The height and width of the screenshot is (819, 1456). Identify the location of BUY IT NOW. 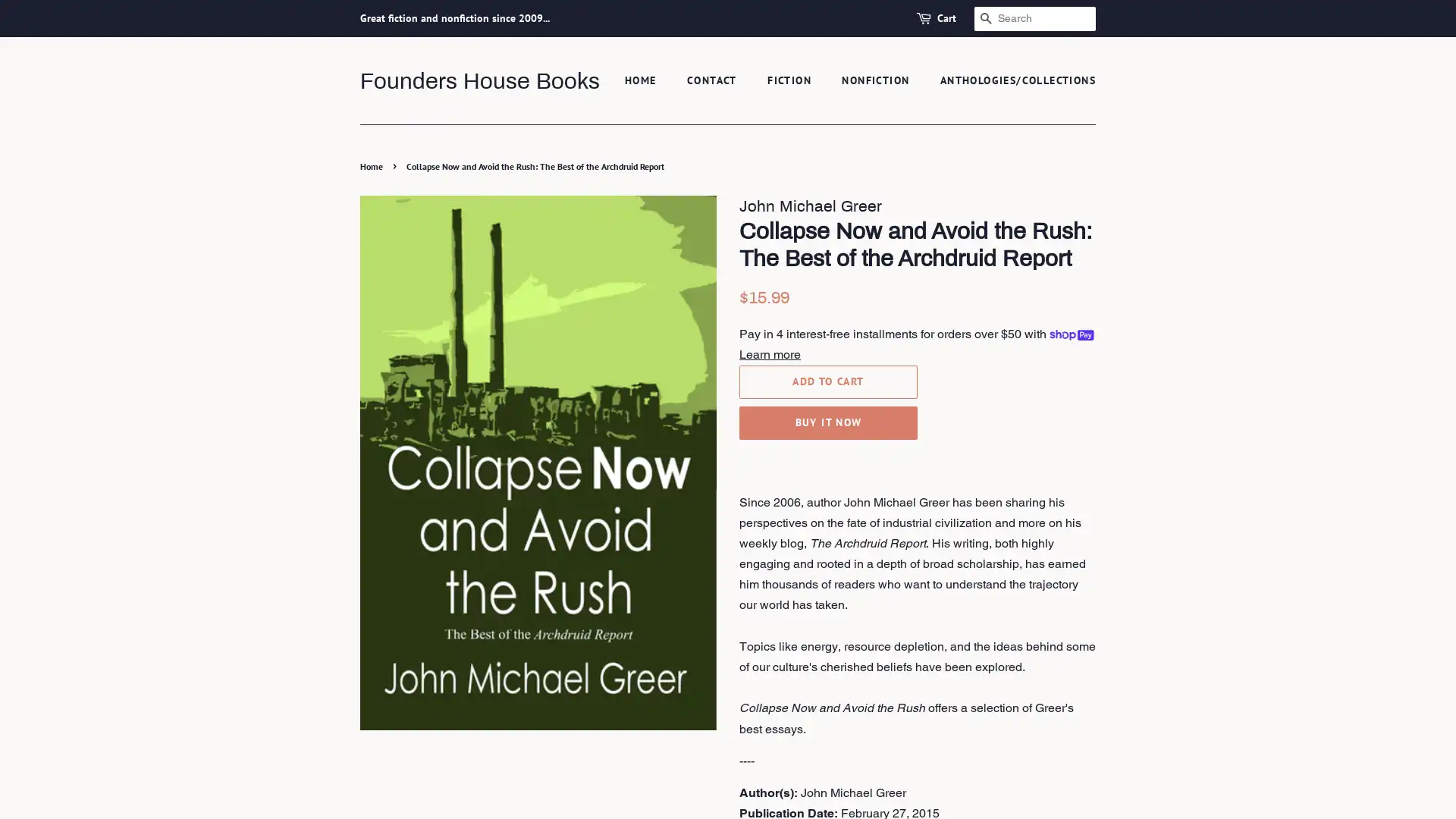
(827, 422).